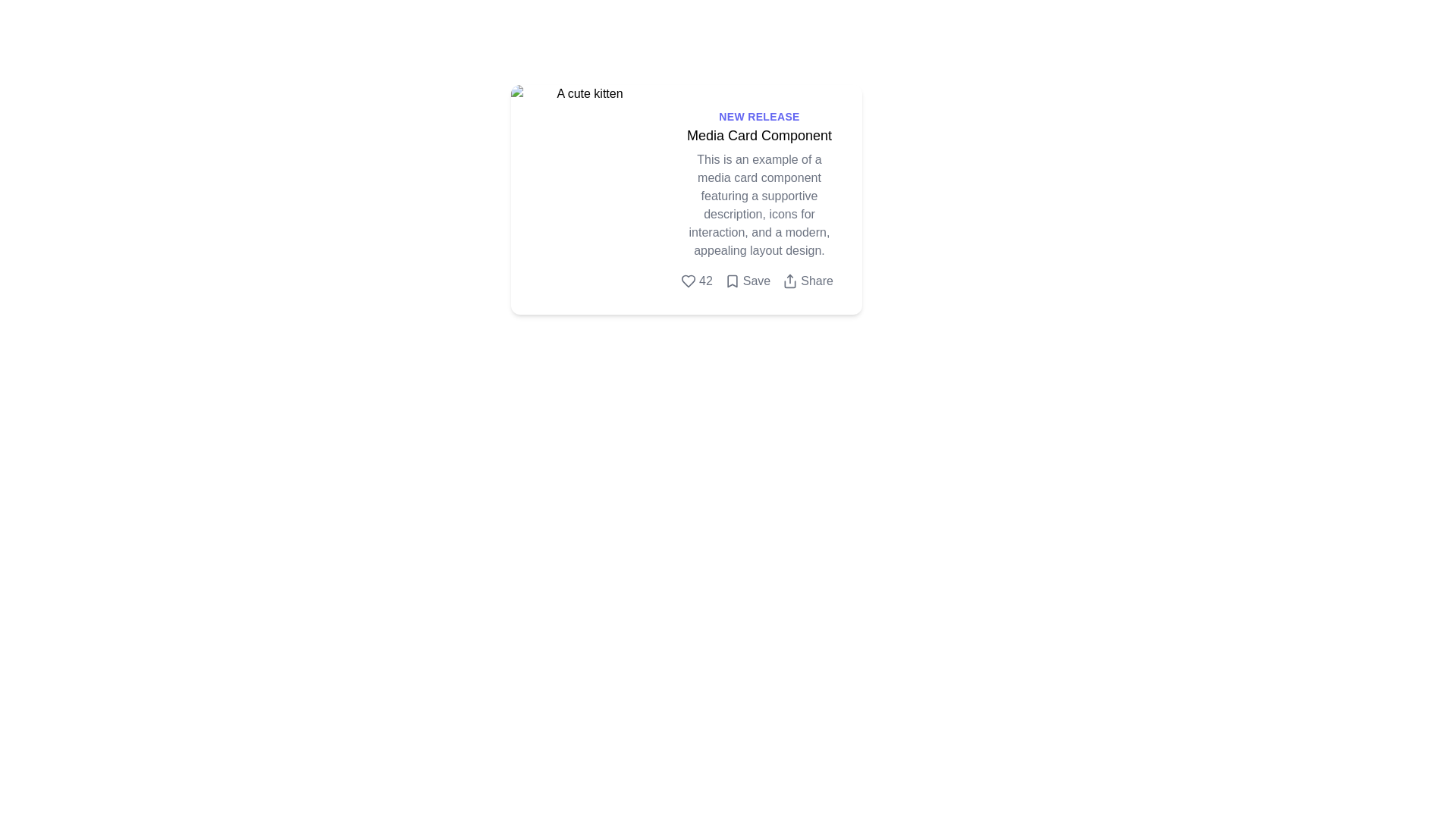 Image resolution: width=1456 pixels, height=819 pixels. What do you see at coordinates (757, 281) in the screenshot?
I see `text label indicating the Save action within the button-like UI component, which is located to the right of the bookmark icon` at bounding box center [757, 281].